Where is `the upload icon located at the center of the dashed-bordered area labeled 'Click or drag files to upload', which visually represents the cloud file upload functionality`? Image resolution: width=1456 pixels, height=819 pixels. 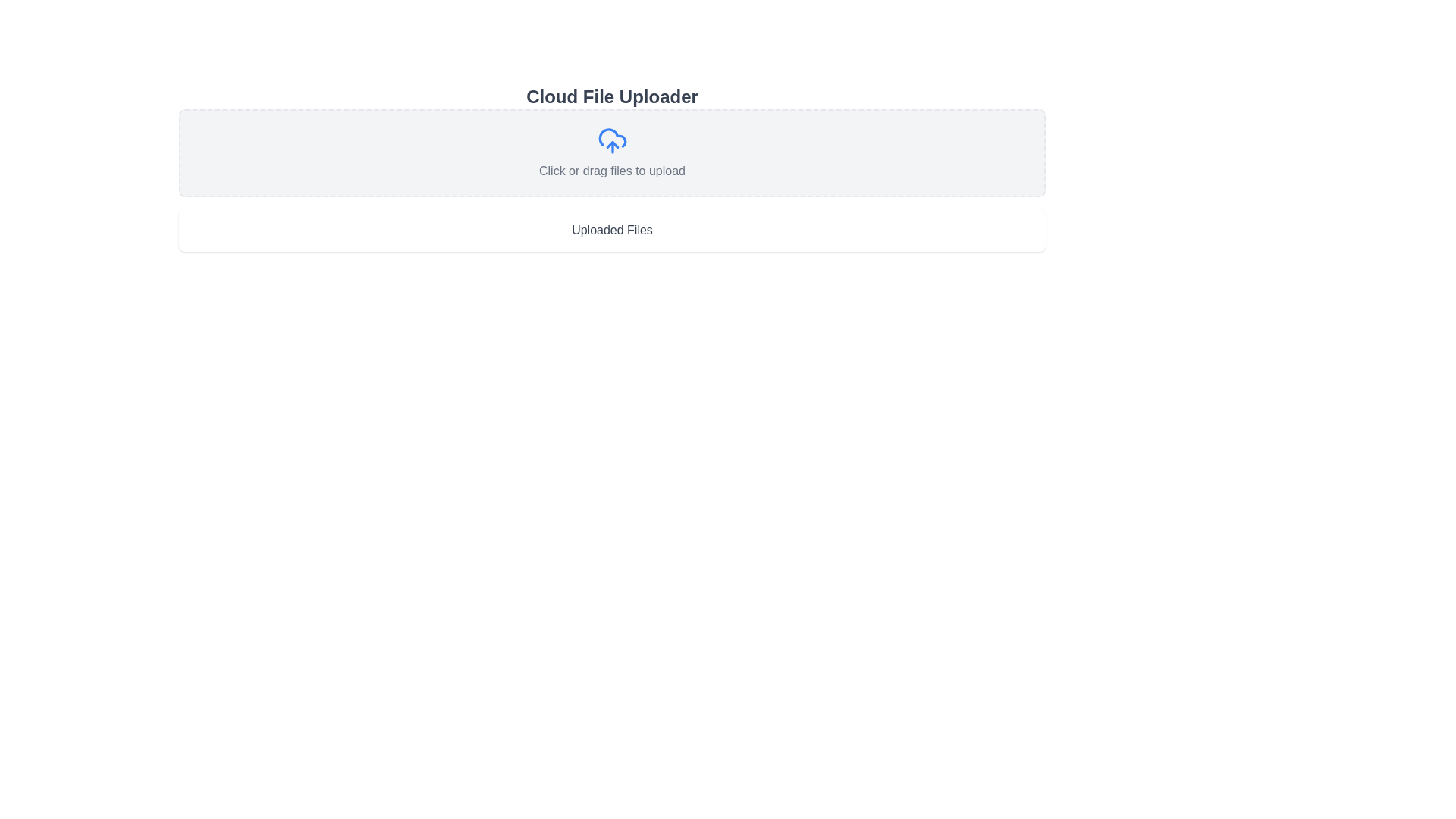 the upload icon located at the center of the dashed-bordered area labeled 'Click or drag files to upload', which visually represents the cloud file upload functionality is located at coordinates (612, 140).